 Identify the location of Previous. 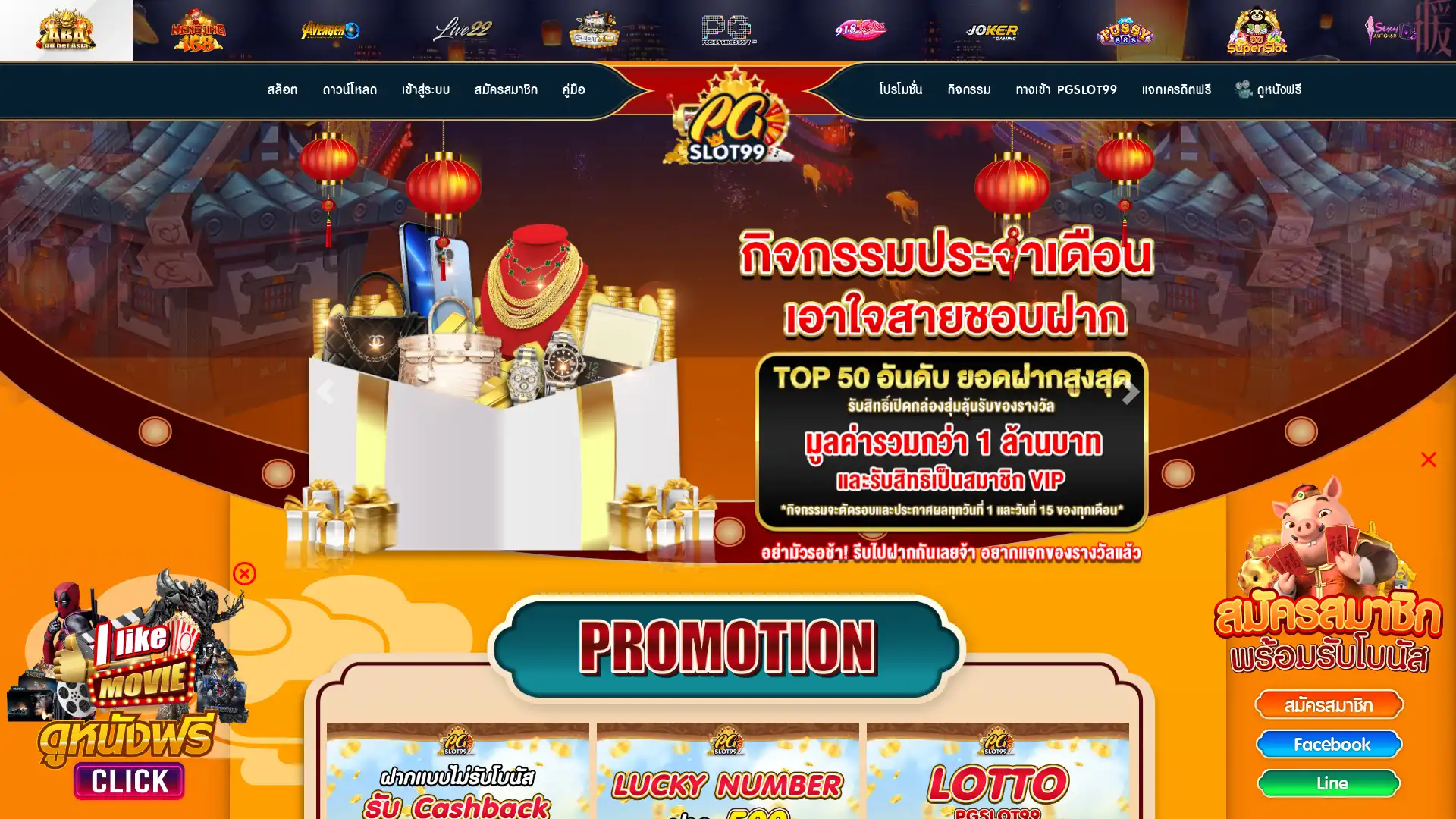
(324, 388).